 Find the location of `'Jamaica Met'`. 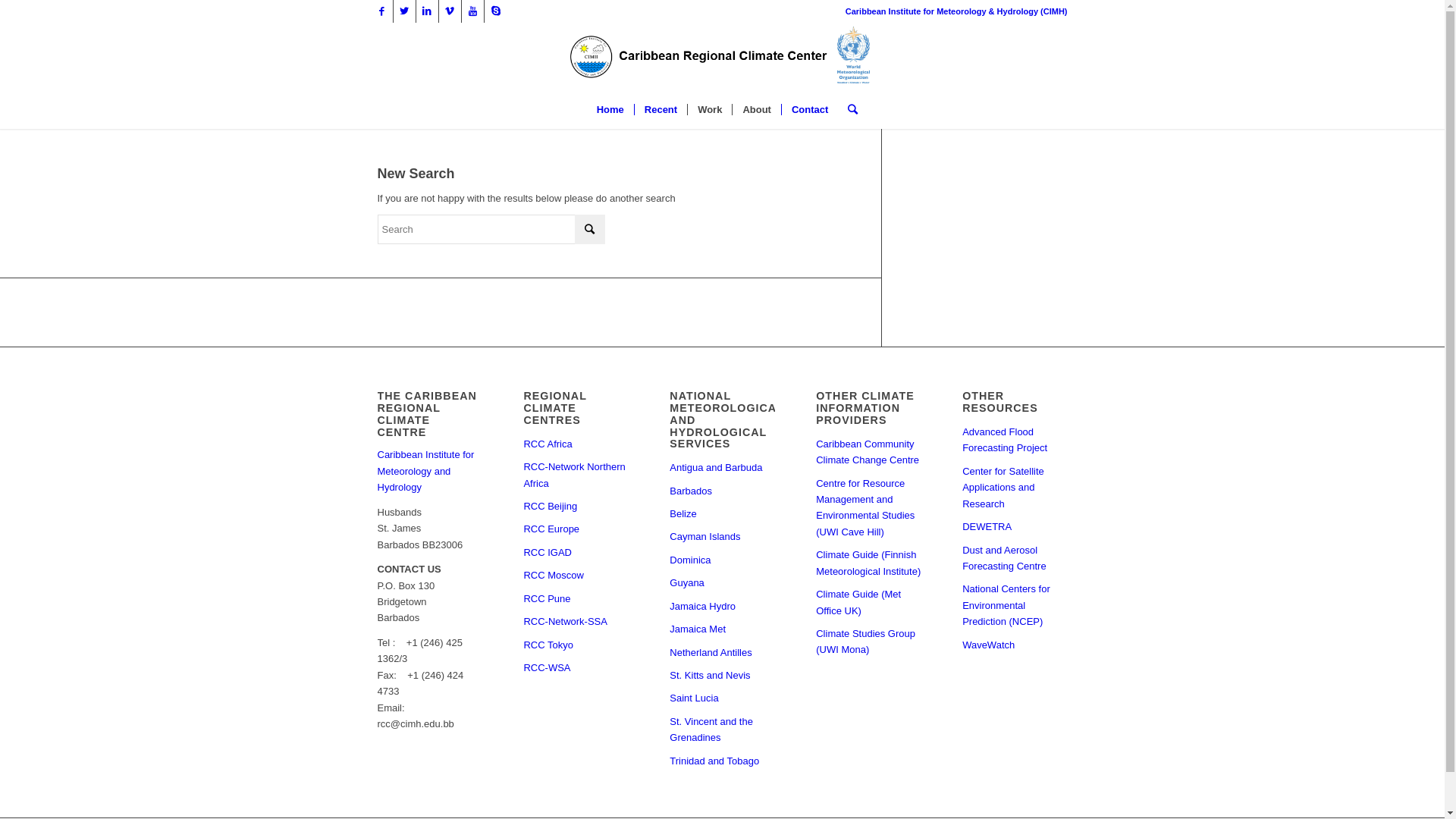

'Jamaica Met' is located at coordinates (720, 629).